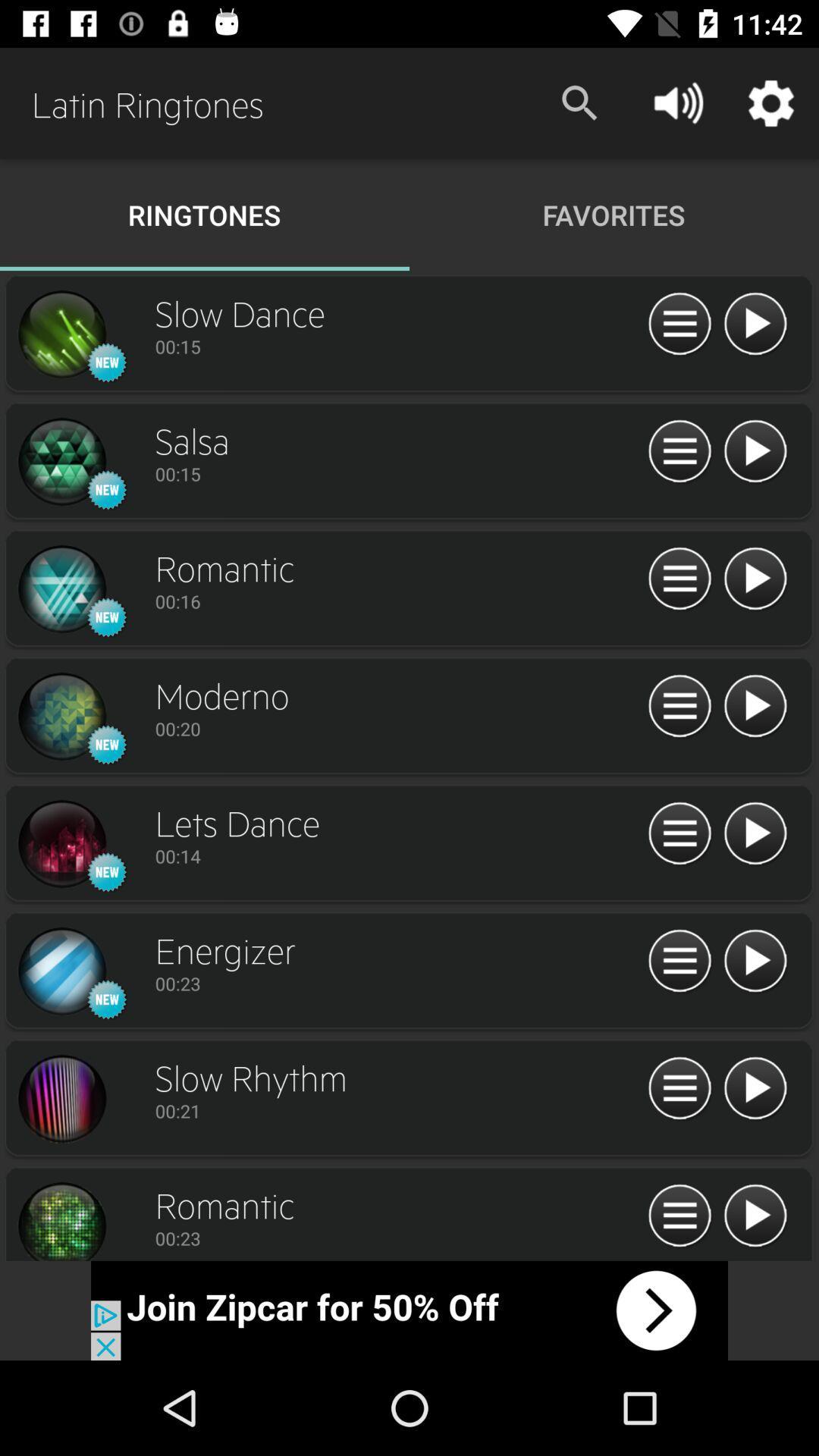  Describe the element at coordinates (61, 588) in the screenshot. I see `the icon which is left side of the romantic` at that location.